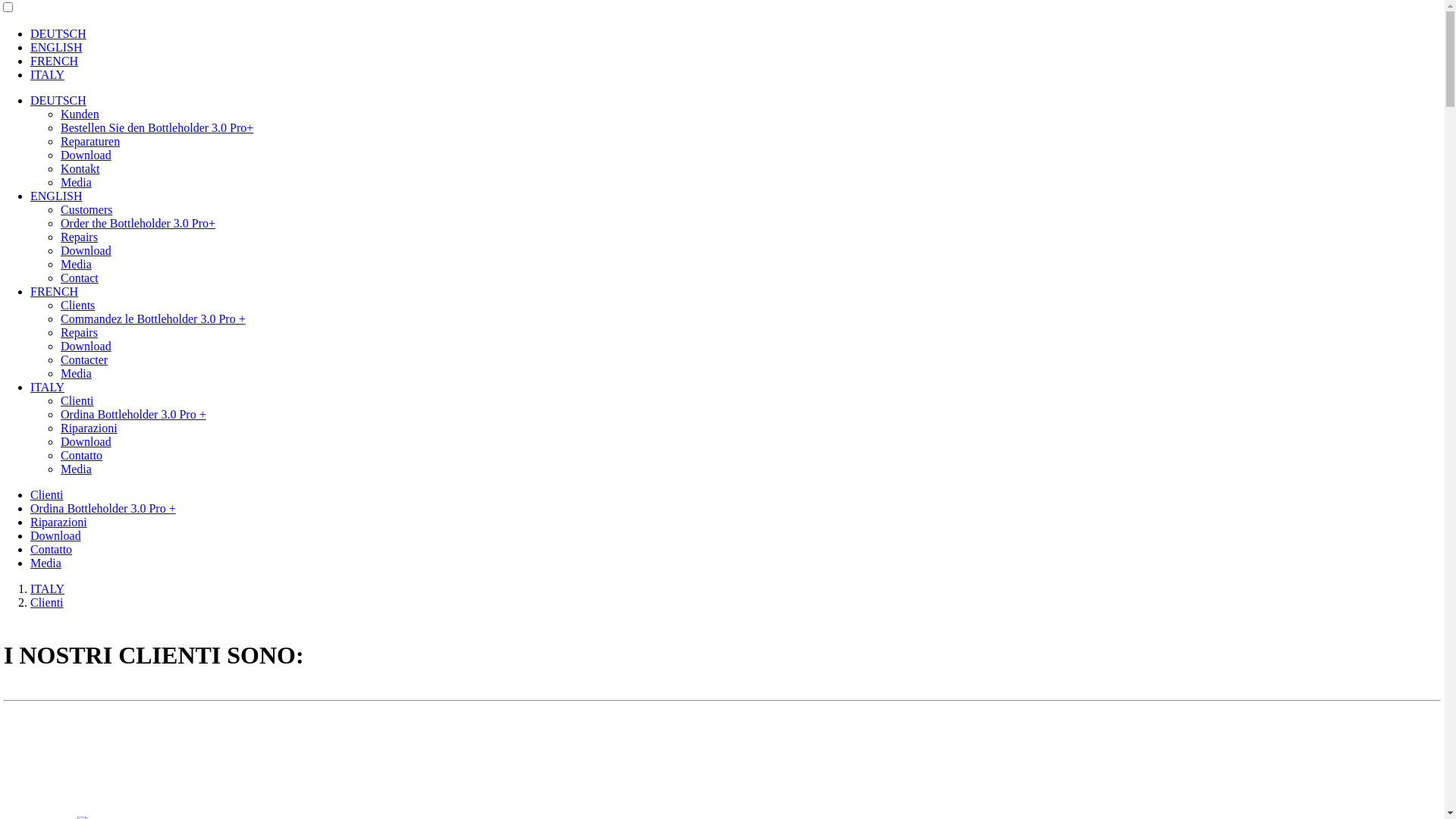  Describe the element at coordinates (88, 428) in the screenshot. I see `'Riparazioni'` at that location.